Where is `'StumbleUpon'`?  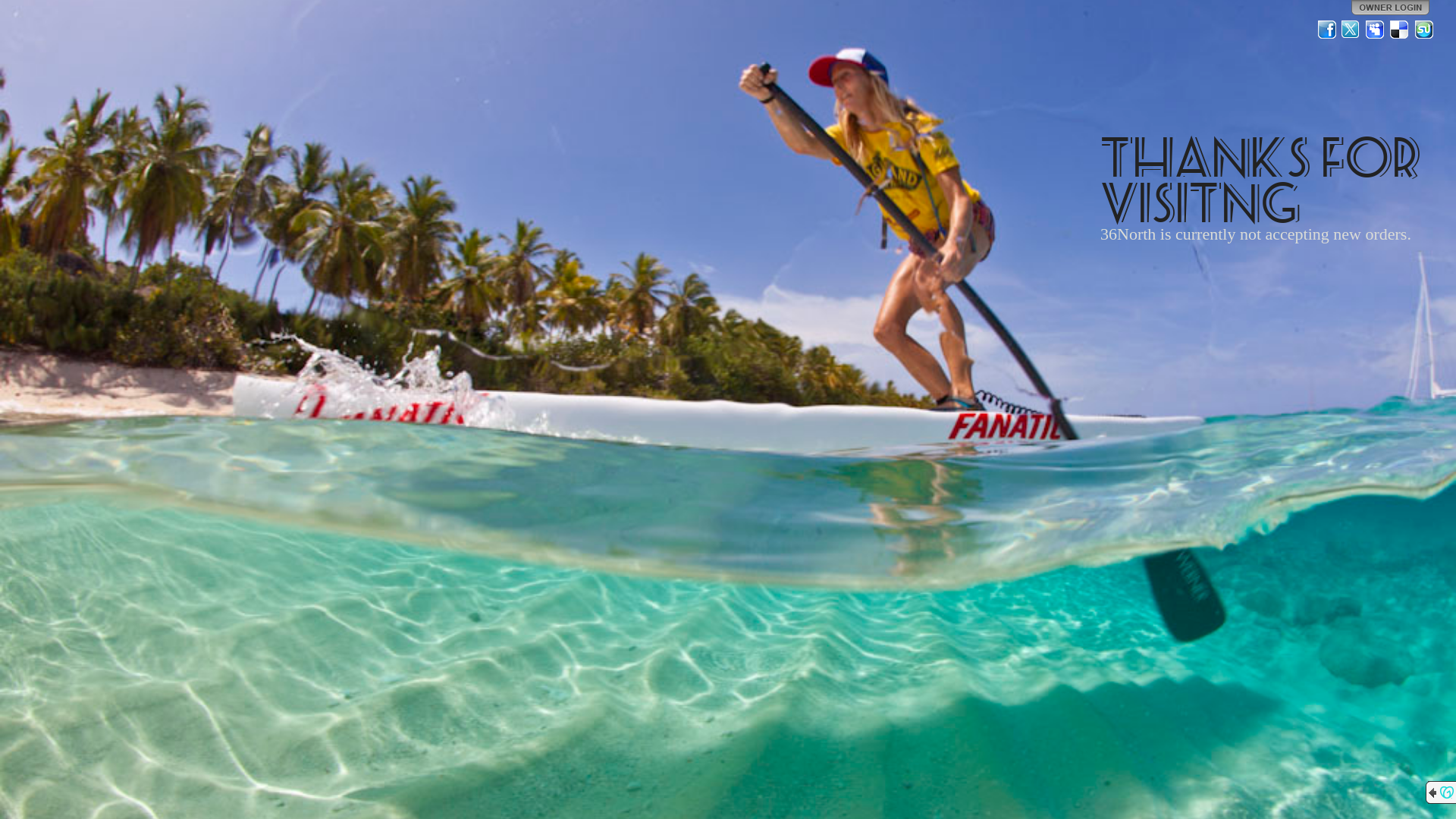
'StumbleUpon' is located at coordinates (1423, 29).